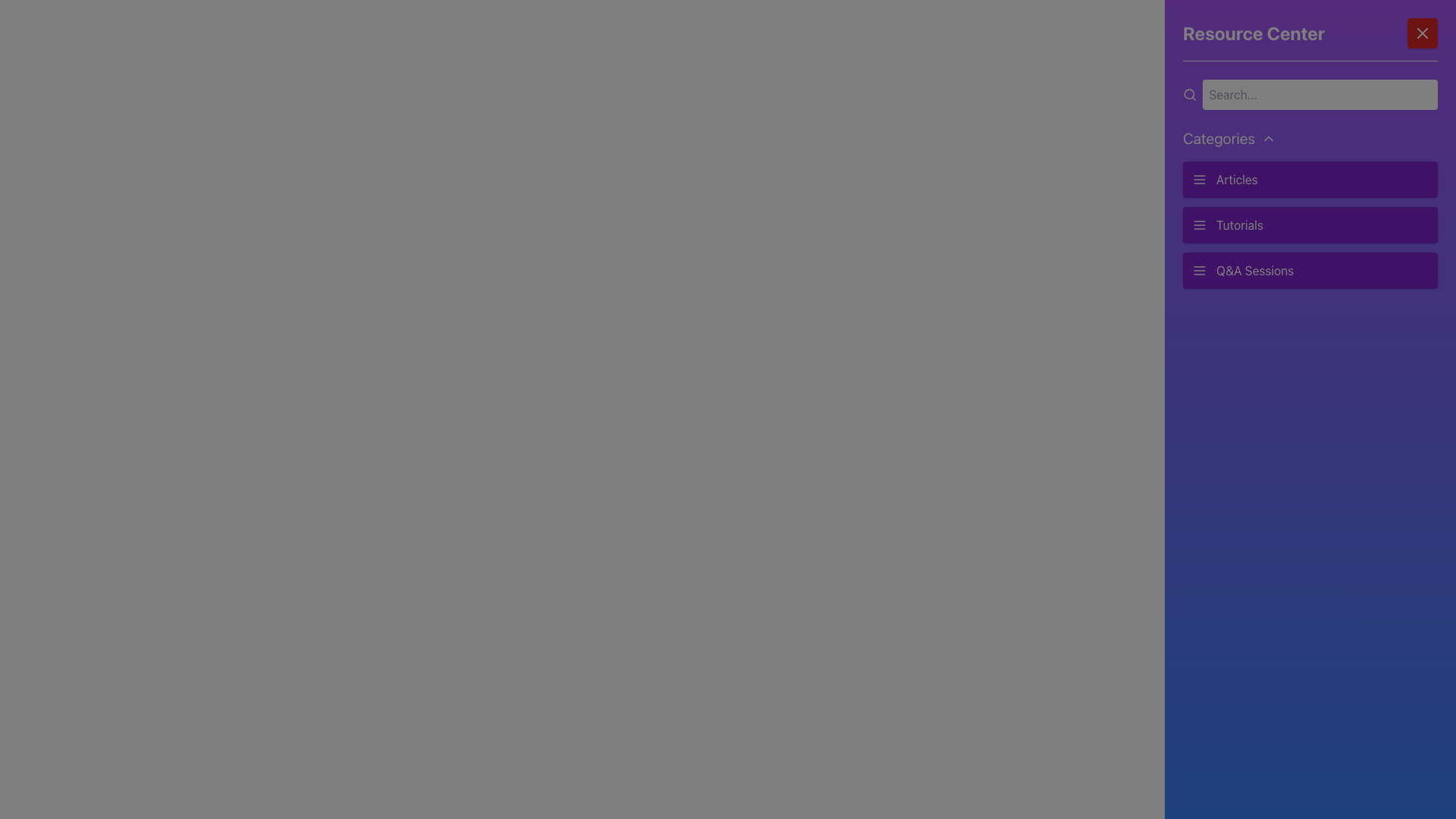 The image size is (1456, 819). I want to click on the 'Tutorials' button with a purple background and rounded corners, which is the middle button, so click(1310, 225).